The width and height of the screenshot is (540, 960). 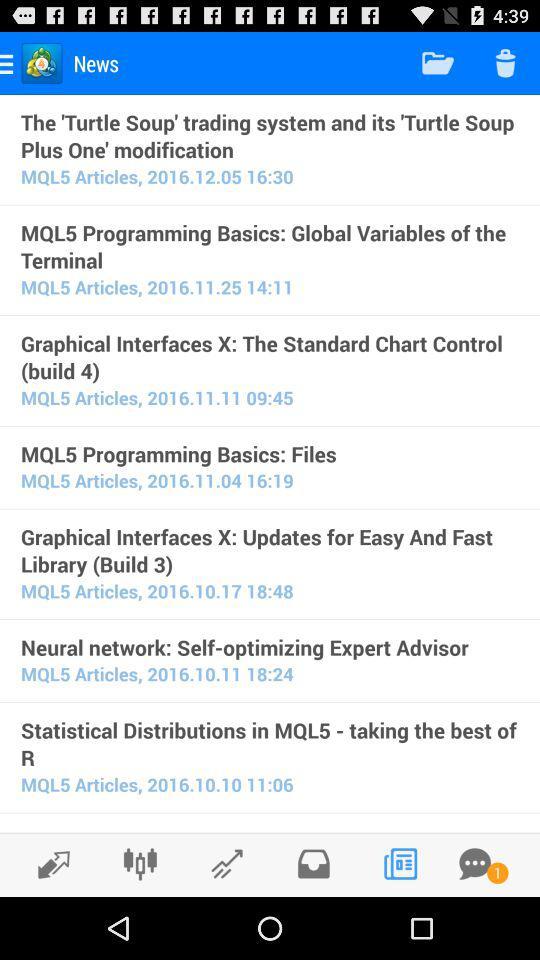 What do you see at coordinates (270, 743) in the screenshot?
I see `the statistical distributions in` at bounding box center [270, 743].